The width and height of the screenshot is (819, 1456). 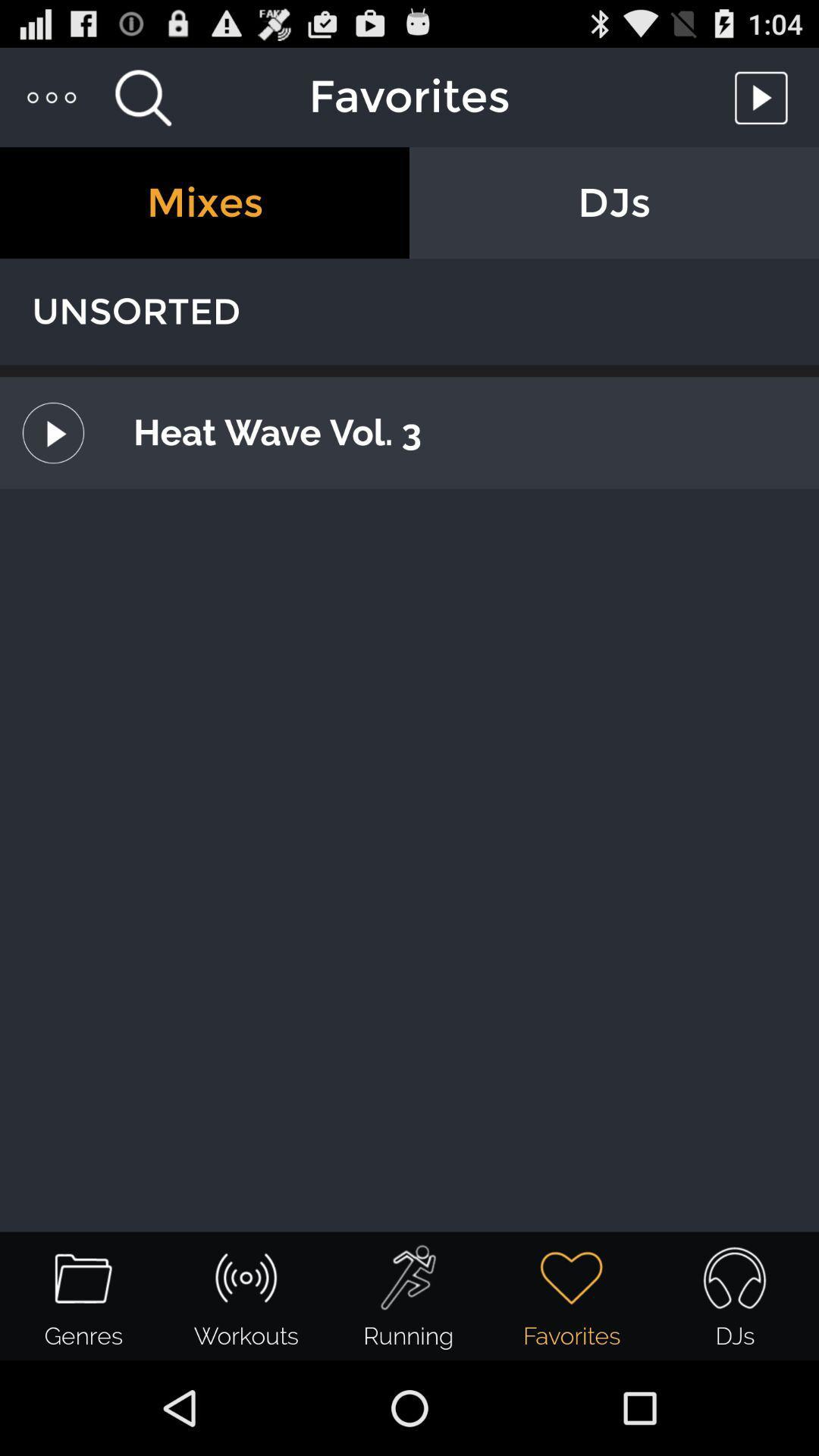 I want to click on djs, so click(x=614, y=202).